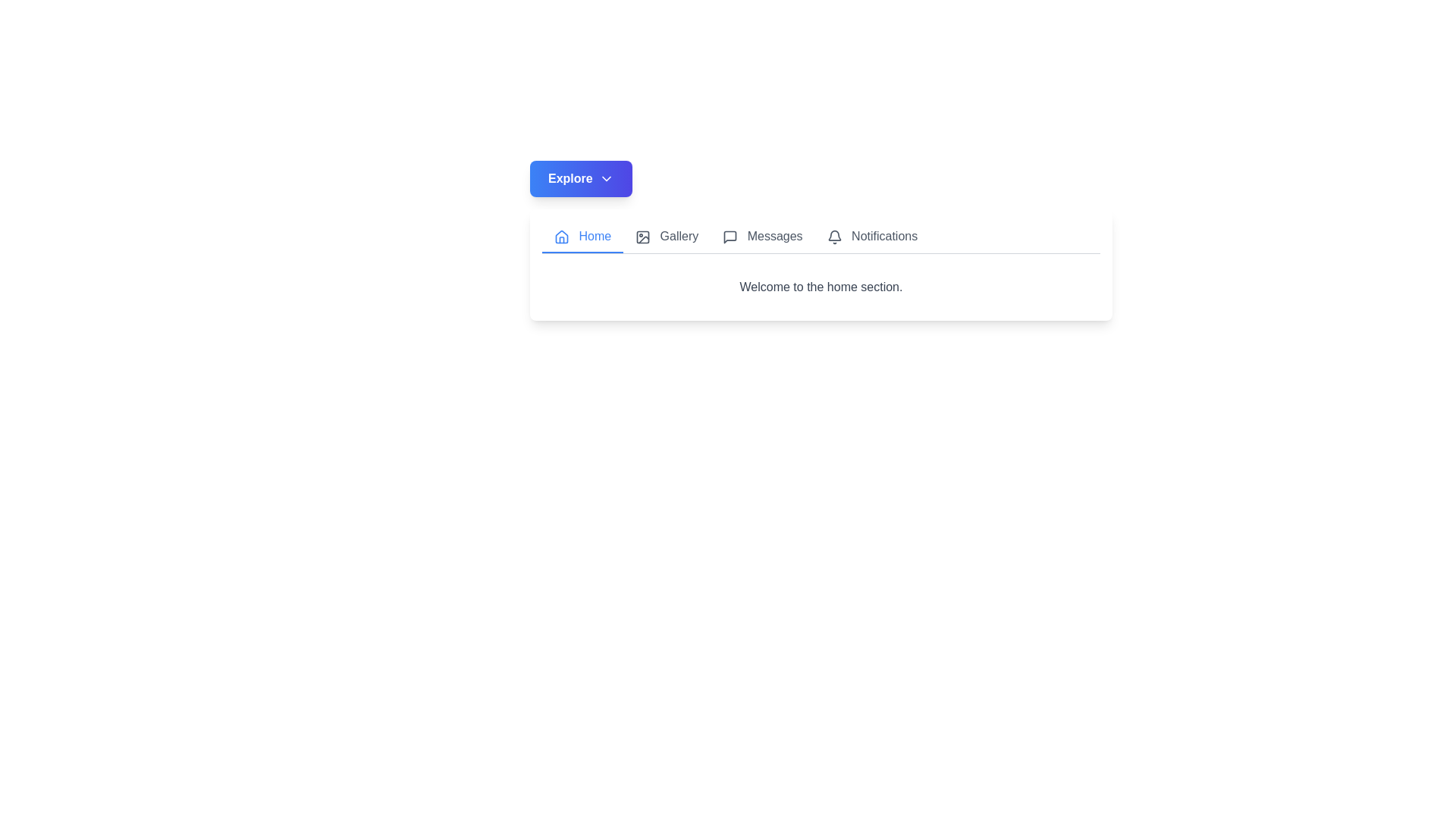 This screenshot has width=1456, height=819. I want to click on properties of the Decorative SVG graphical component which visually indicates the availability of notifications, located in the 'Notifications' section of the main navigation bar, so click(833, 235).